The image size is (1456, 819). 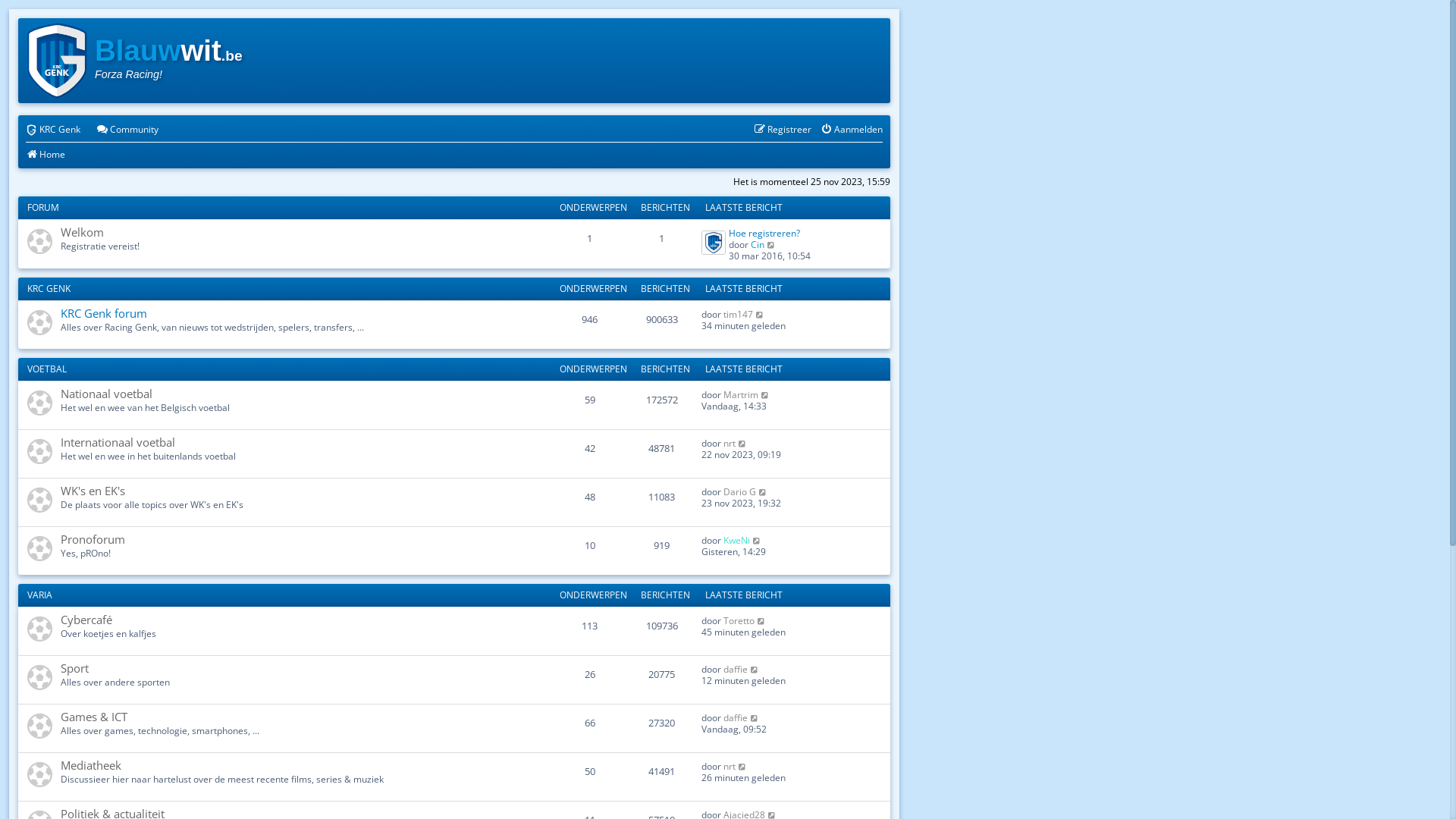 I want to click on 'KRC Genk', so click(x=25, y=129).